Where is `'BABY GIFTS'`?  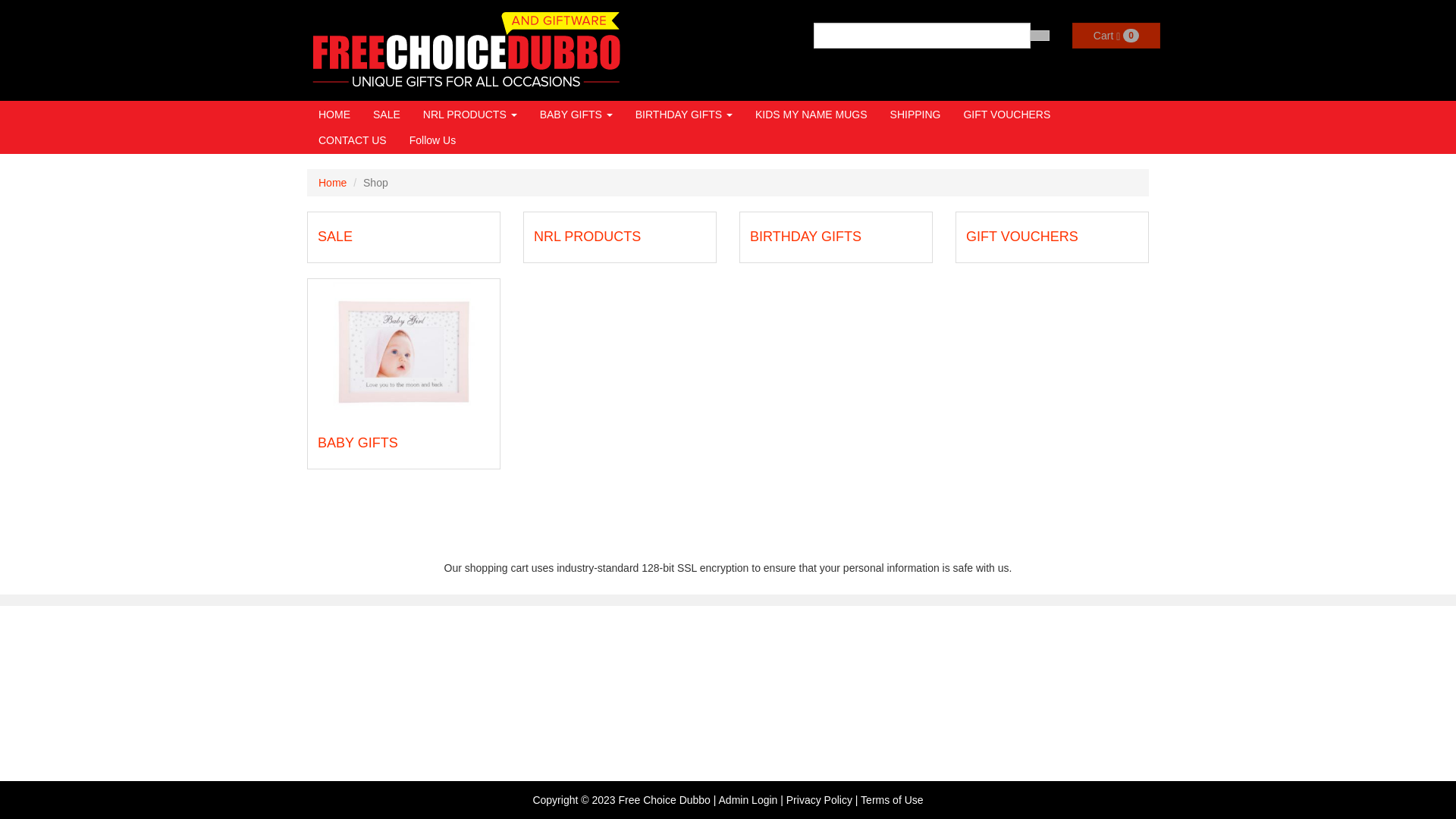 'BABY GIFTS' is located at coordinates (575, 113).